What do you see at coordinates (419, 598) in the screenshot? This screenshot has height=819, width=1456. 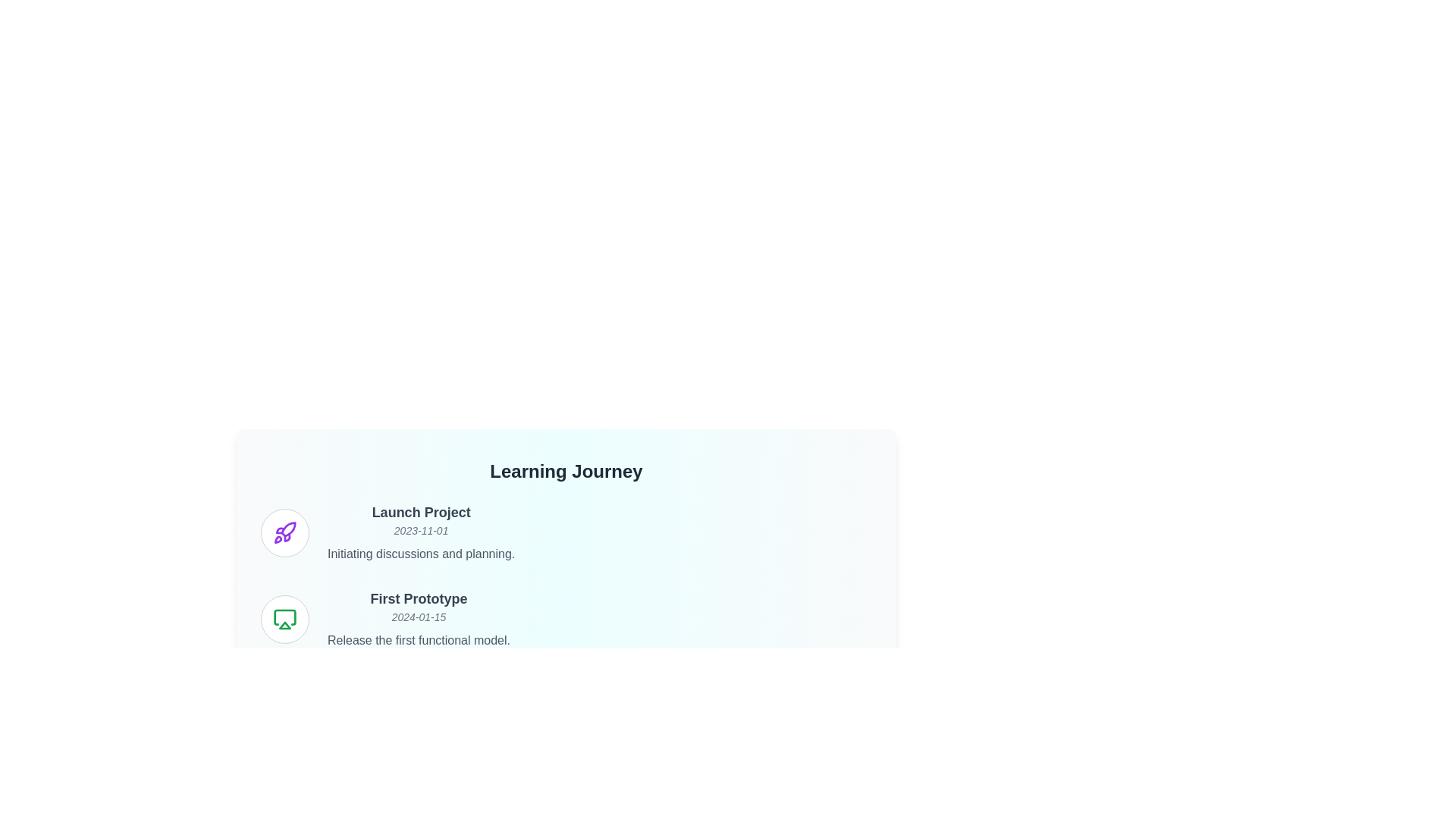 I see `the Text Label located in the second row of the milestones list, positioned above '2024-01-15' and below 'First Prototype'` at bounding box center [419, 598].